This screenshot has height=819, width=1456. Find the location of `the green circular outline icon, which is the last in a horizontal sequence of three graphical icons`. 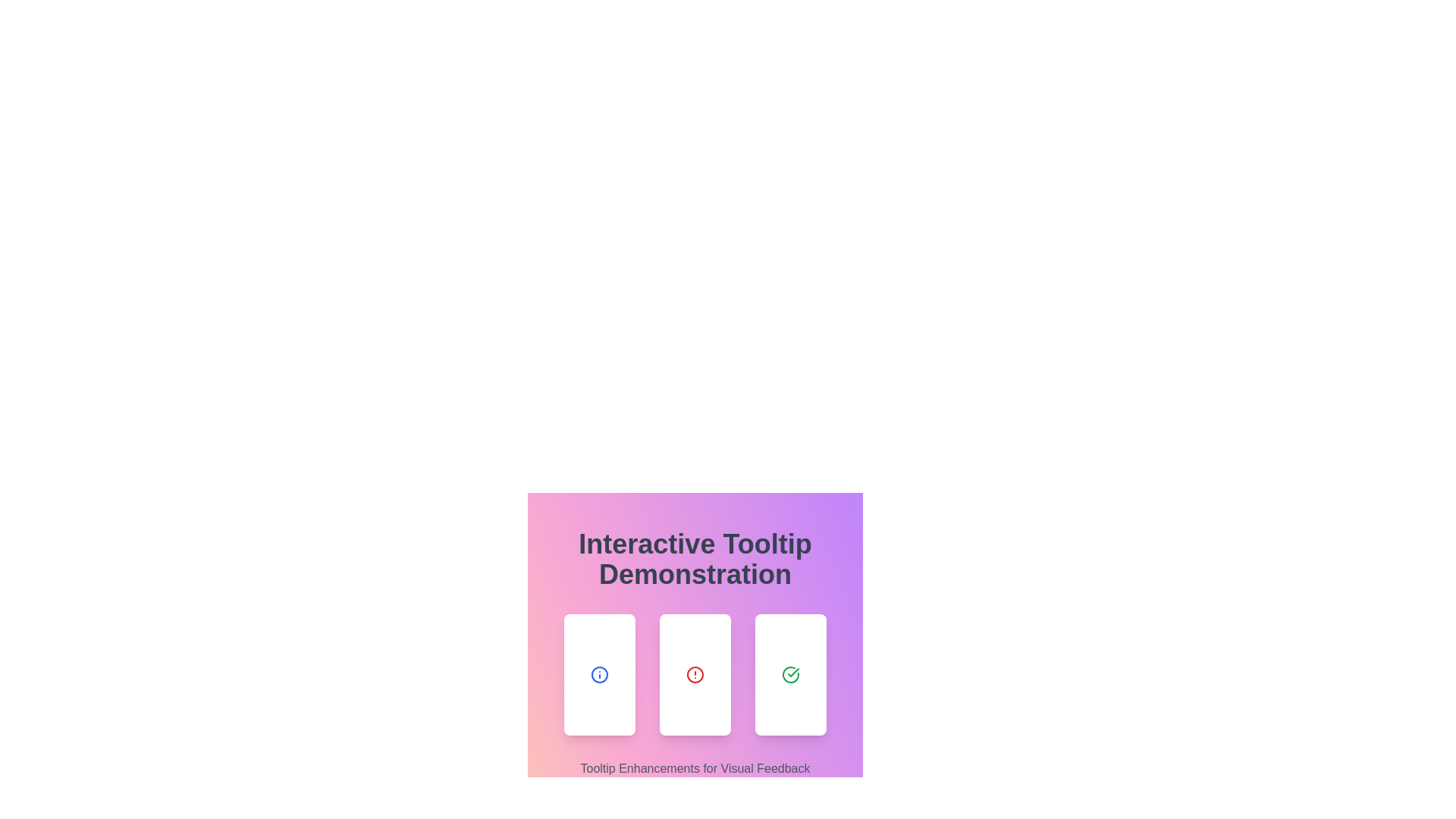

the green circular outline icon, which is the last in a horizontal sequence of three graphical icons is located at coordinates (789, 674).